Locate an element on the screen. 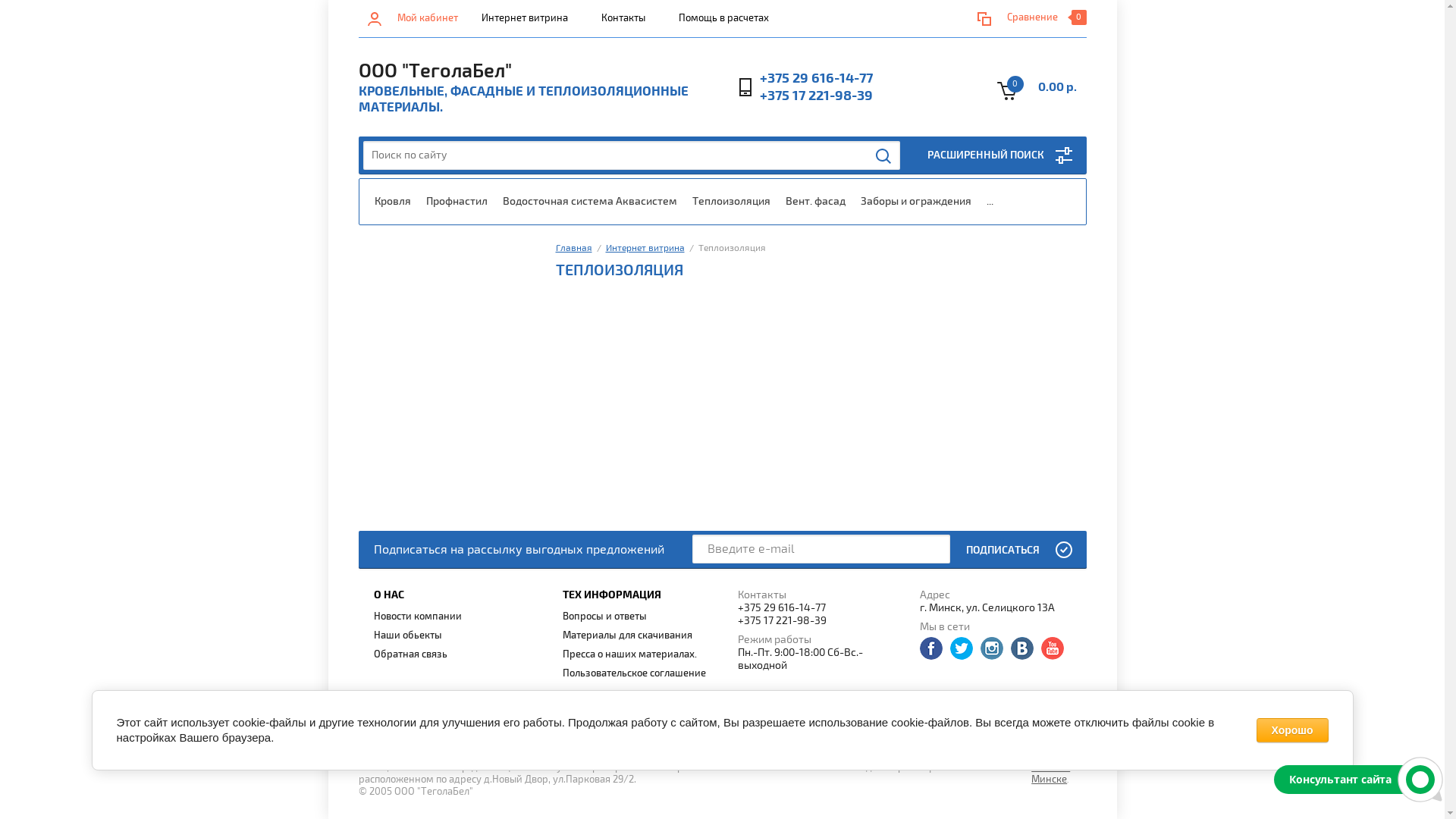  '+375 17 221-98-39' is located at coordinates (760, 96).